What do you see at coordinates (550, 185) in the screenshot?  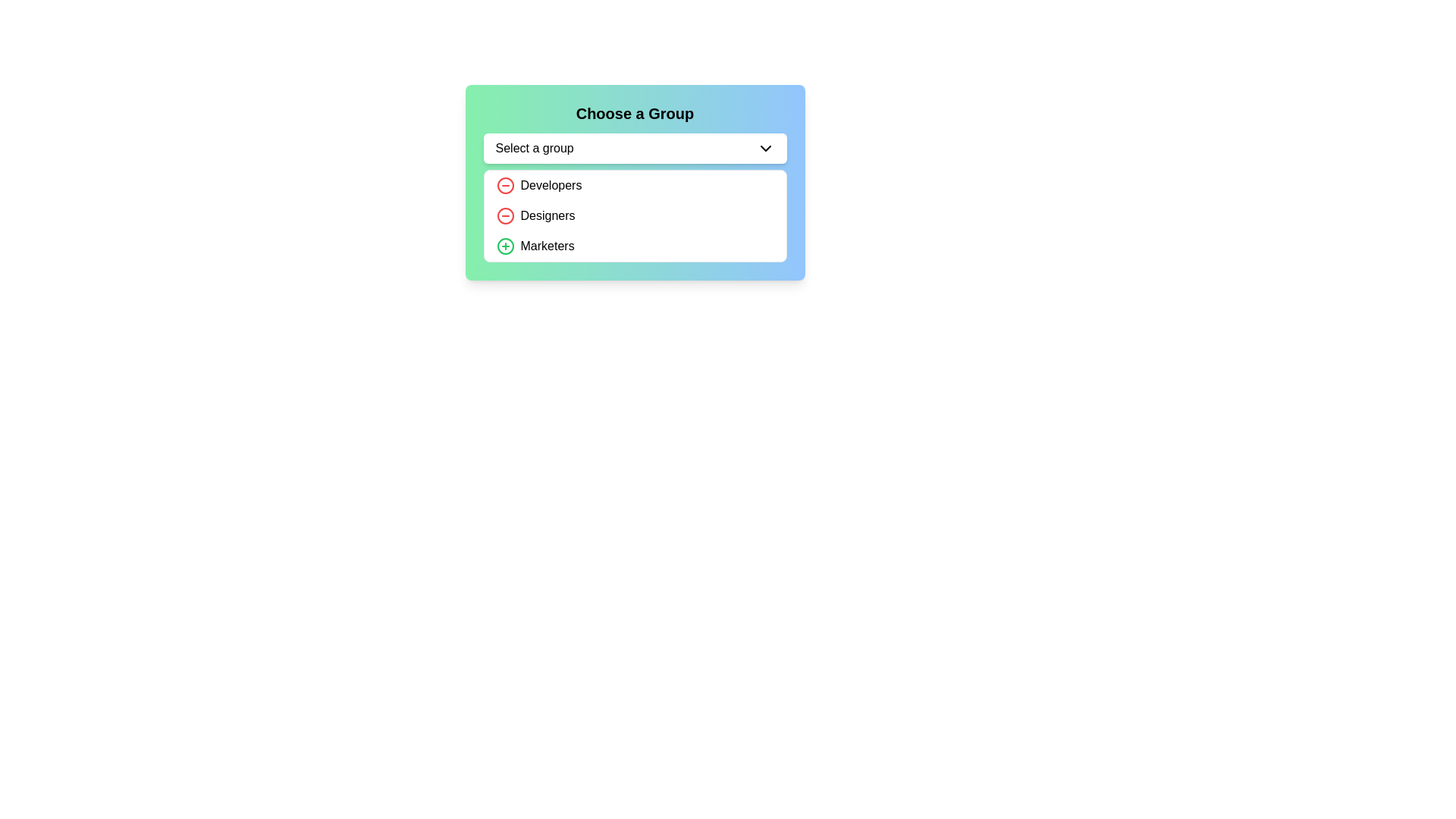 I see `text content of the 'Developers' label within the dropdown list, which is the second option and positioned below 'Choose a Group'` at bounding box center [550, 185].